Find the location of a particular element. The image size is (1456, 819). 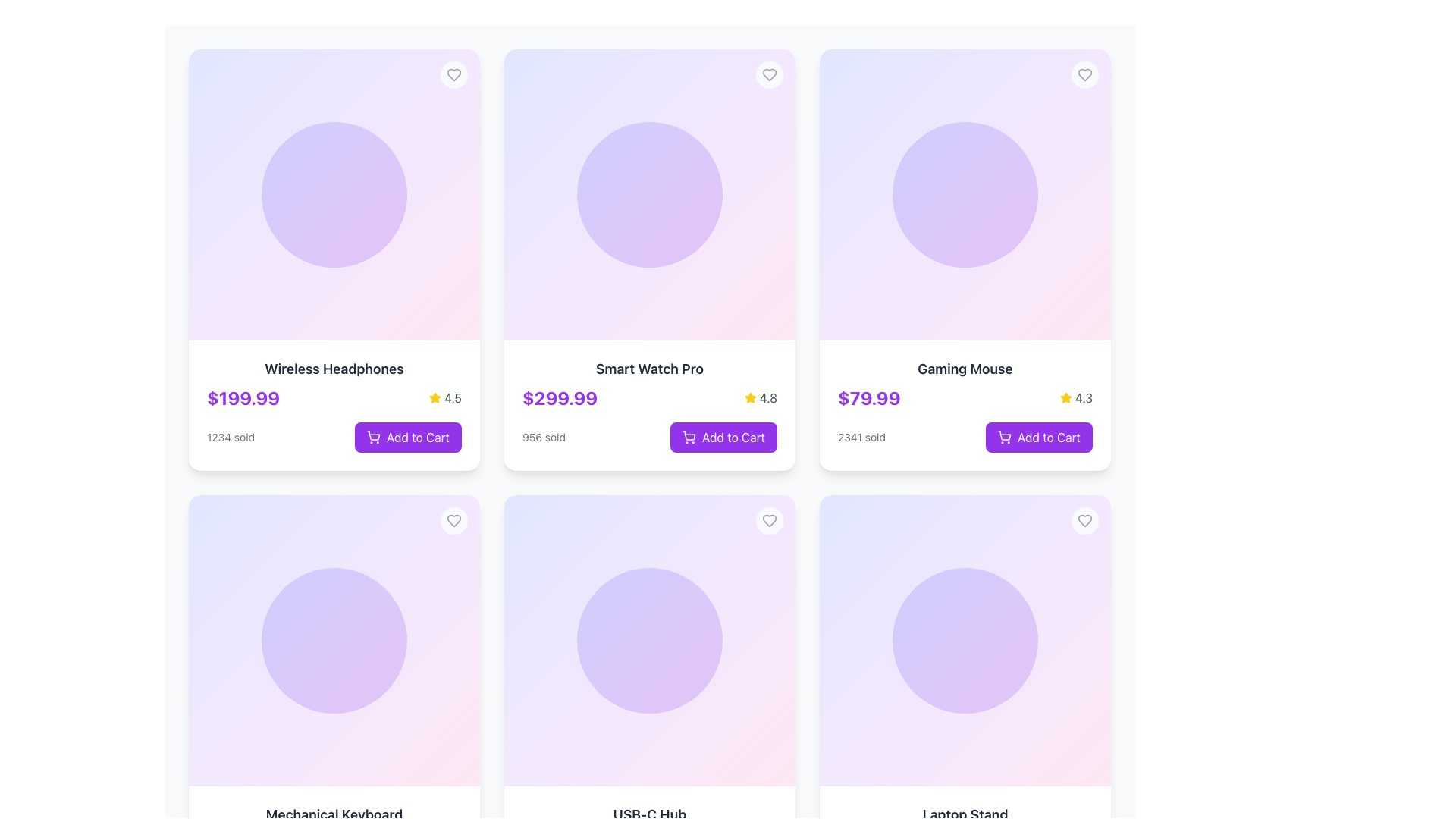

the Decorative section with gradient inside the 'Gaming Mouse' card, located in the top-right section of the grid layout is located at coordinates (964, 194).